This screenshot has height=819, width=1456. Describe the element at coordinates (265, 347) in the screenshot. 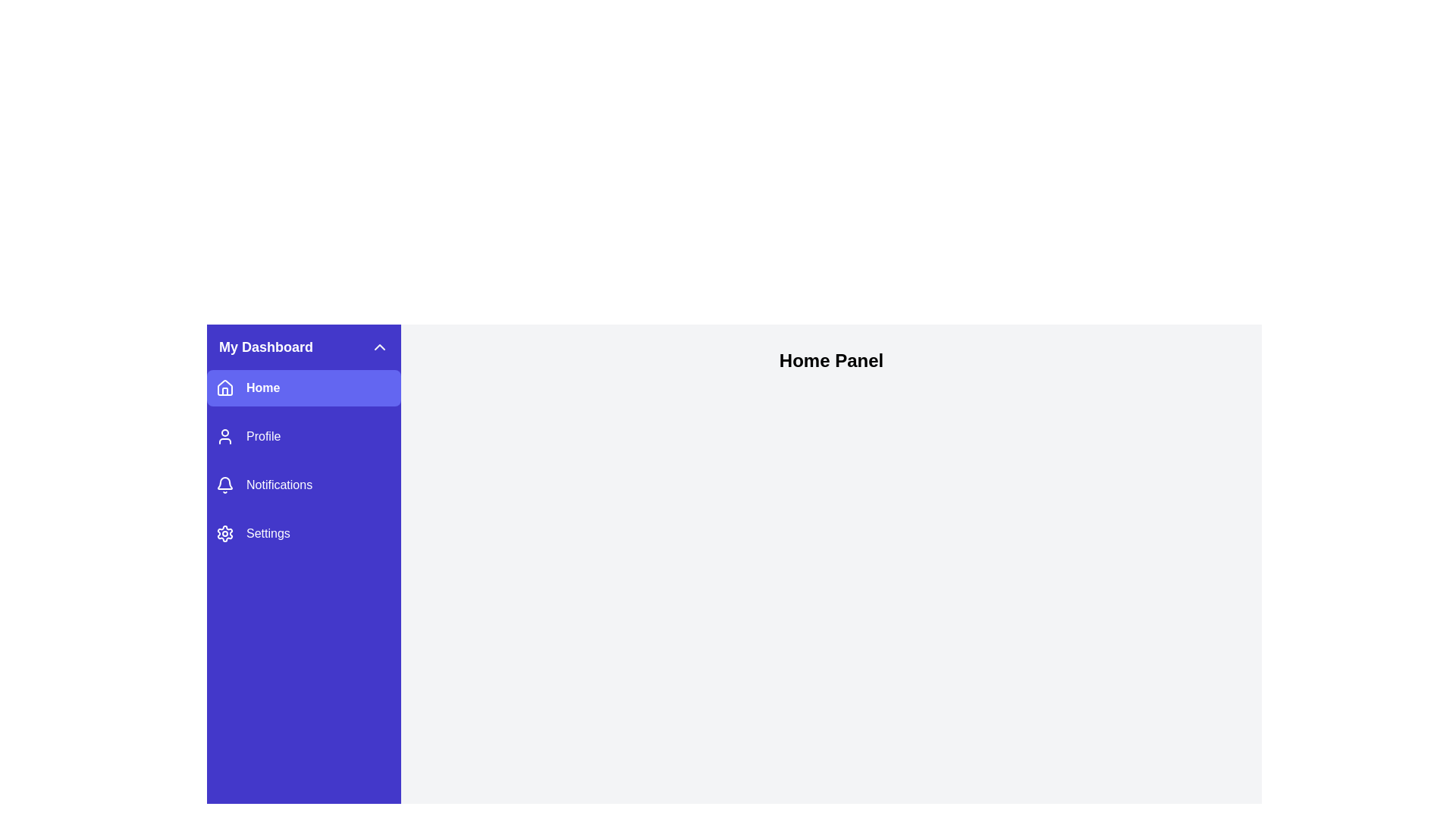

I see `the 'My Dashboard' text label, which is a large, bold label on a vibrant purple background located in the upper-left corner of the side navigation menu` at that location.